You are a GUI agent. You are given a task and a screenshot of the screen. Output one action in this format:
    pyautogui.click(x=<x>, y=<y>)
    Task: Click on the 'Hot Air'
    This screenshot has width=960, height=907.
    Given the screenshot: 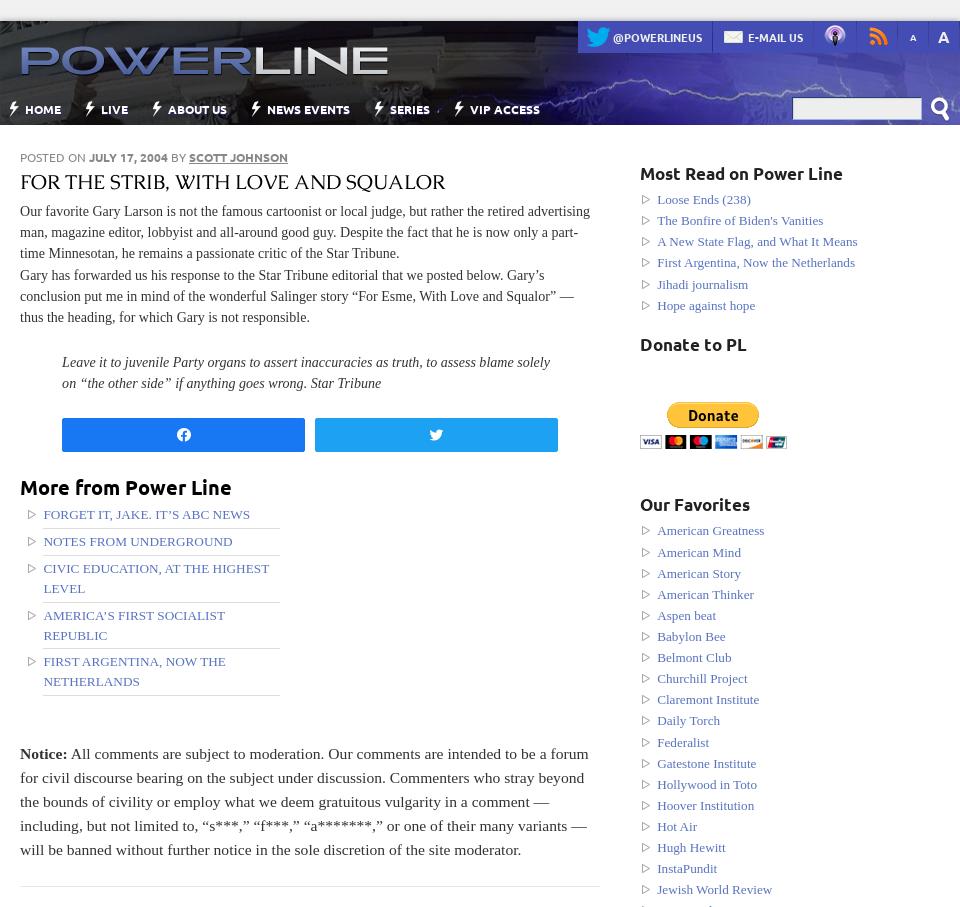 What is the action you would take?
    pyautogui.click(x=656, y=824)
    